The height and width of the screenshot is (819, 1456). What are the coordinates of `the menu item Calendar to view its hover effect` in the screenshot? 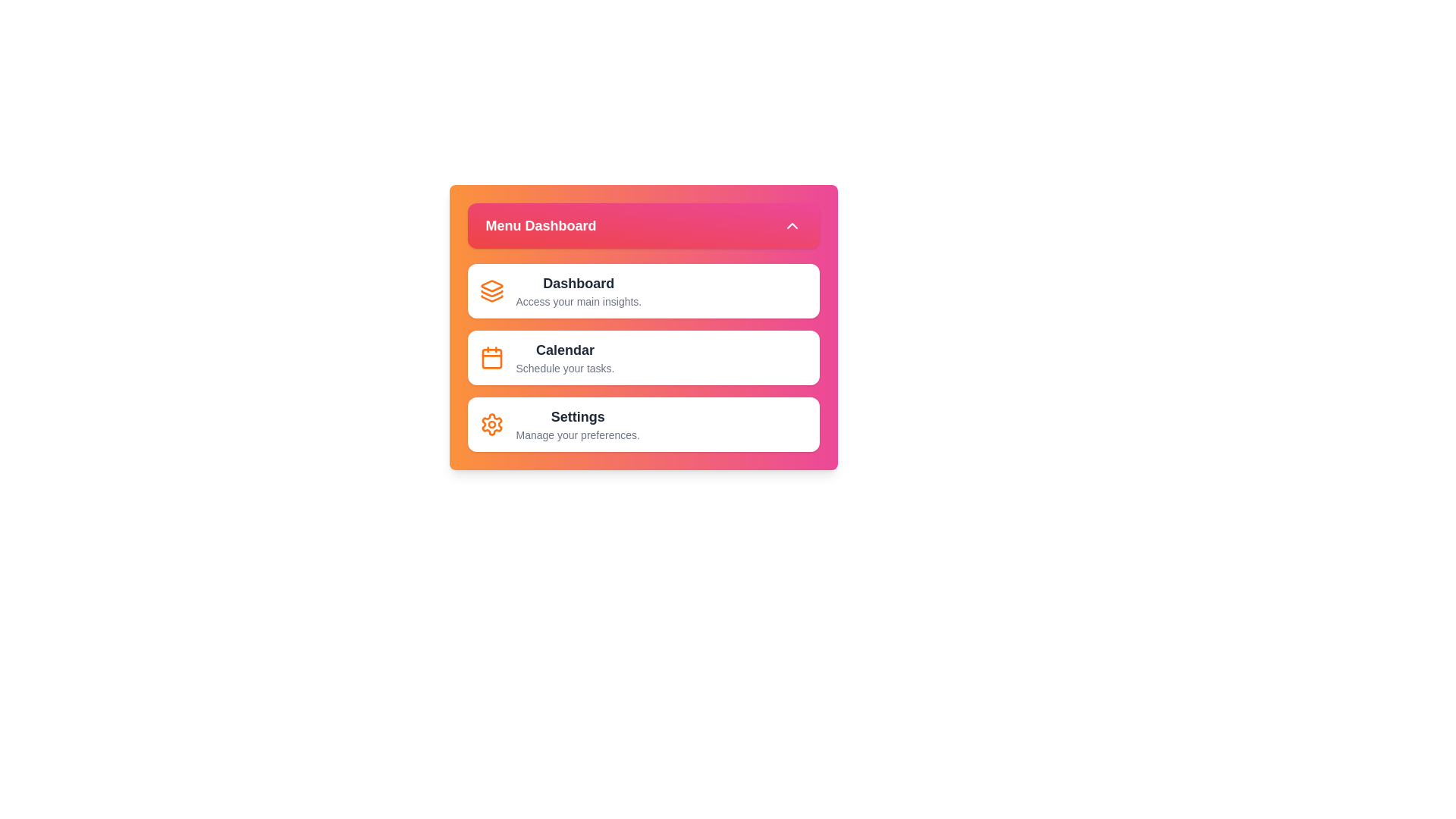 It's located at (643, 357).